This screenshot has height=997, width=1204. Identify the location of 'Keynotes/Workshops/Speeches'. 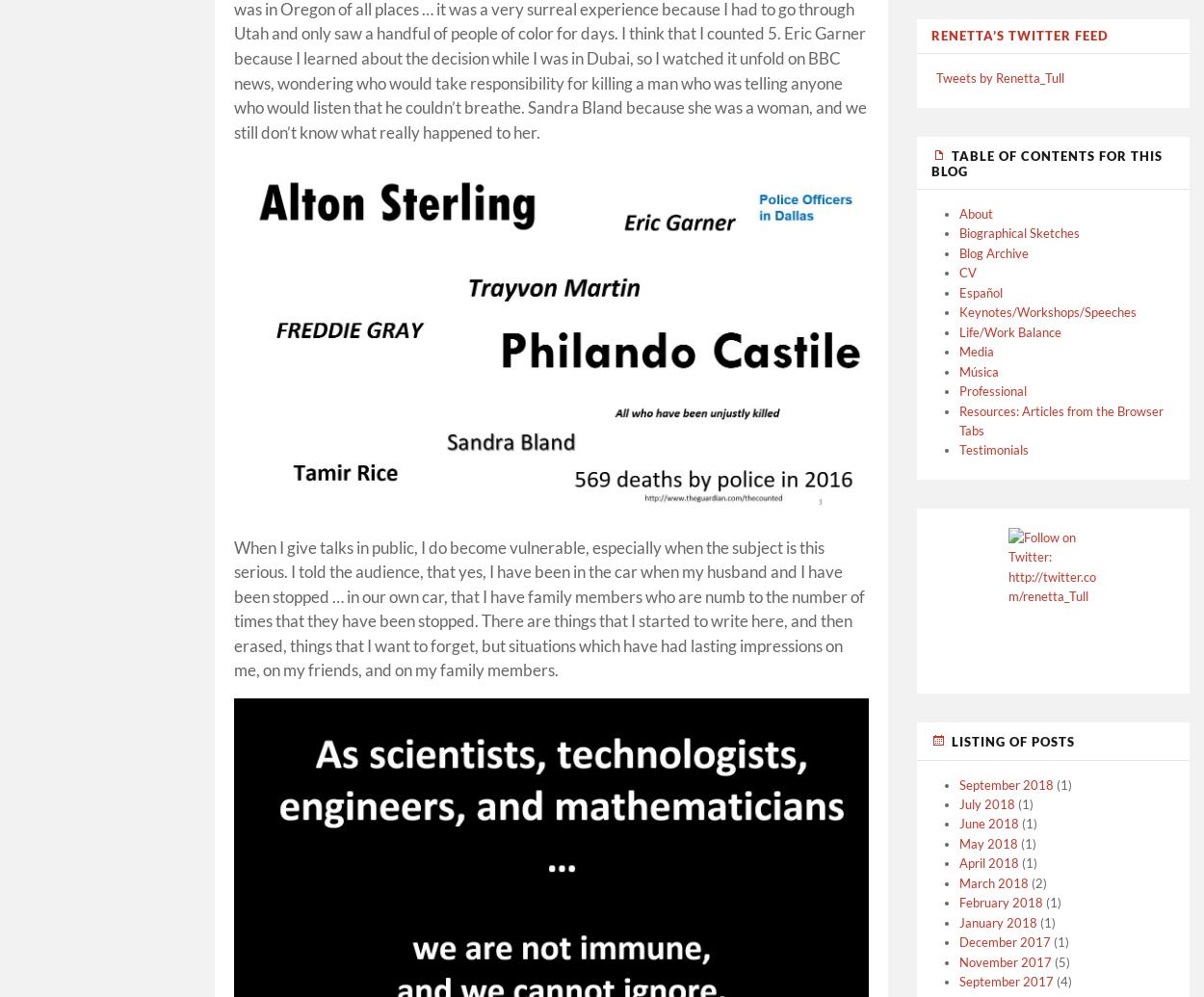
(1047, 311).